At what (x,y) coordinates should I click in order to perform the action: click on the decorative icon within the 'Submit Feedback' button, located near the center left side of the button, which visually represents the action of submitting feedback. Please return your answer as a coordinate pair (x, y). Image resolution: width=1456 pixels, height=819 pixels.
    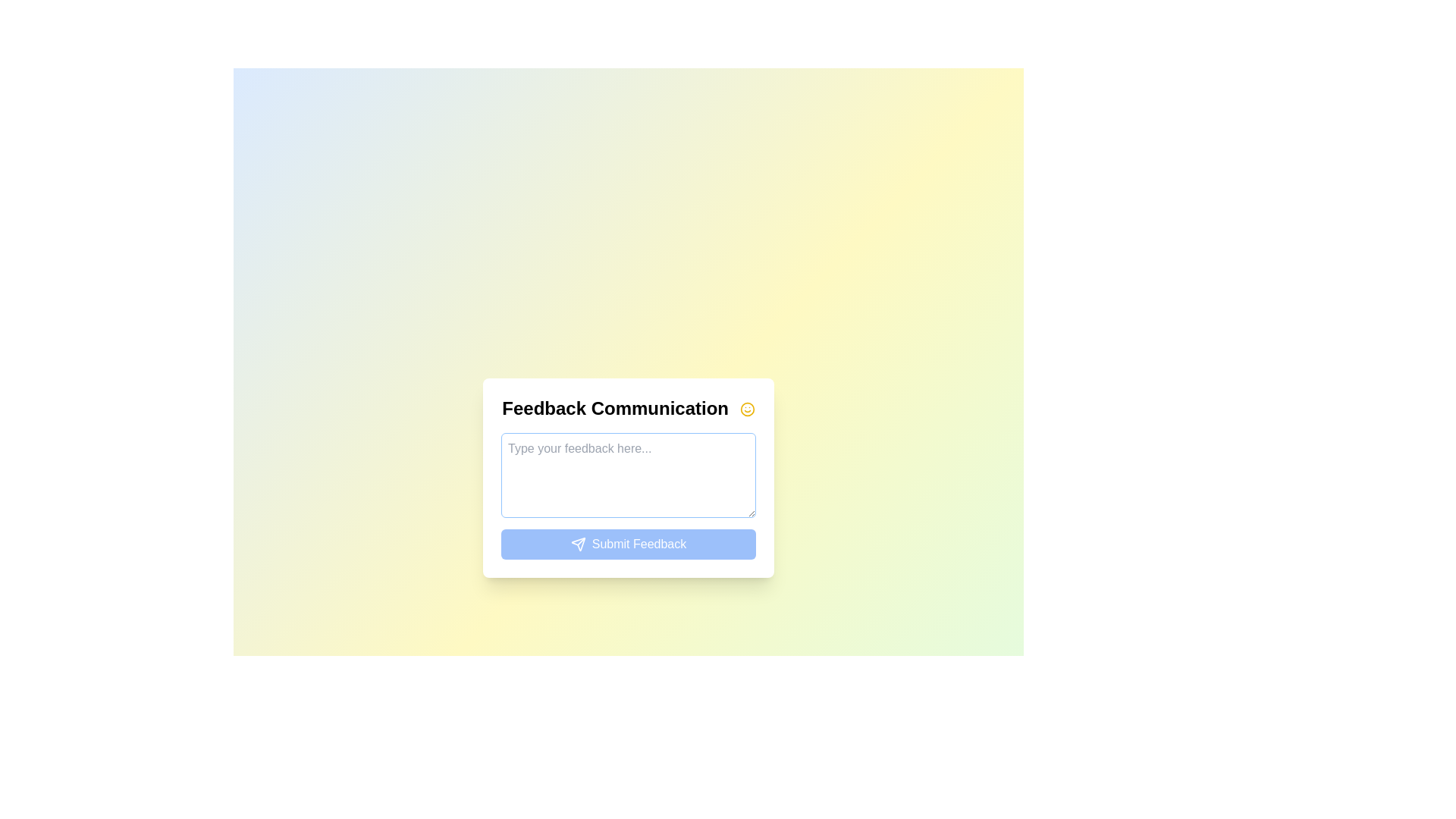
    Looking at the image, I should click on (577, 543).